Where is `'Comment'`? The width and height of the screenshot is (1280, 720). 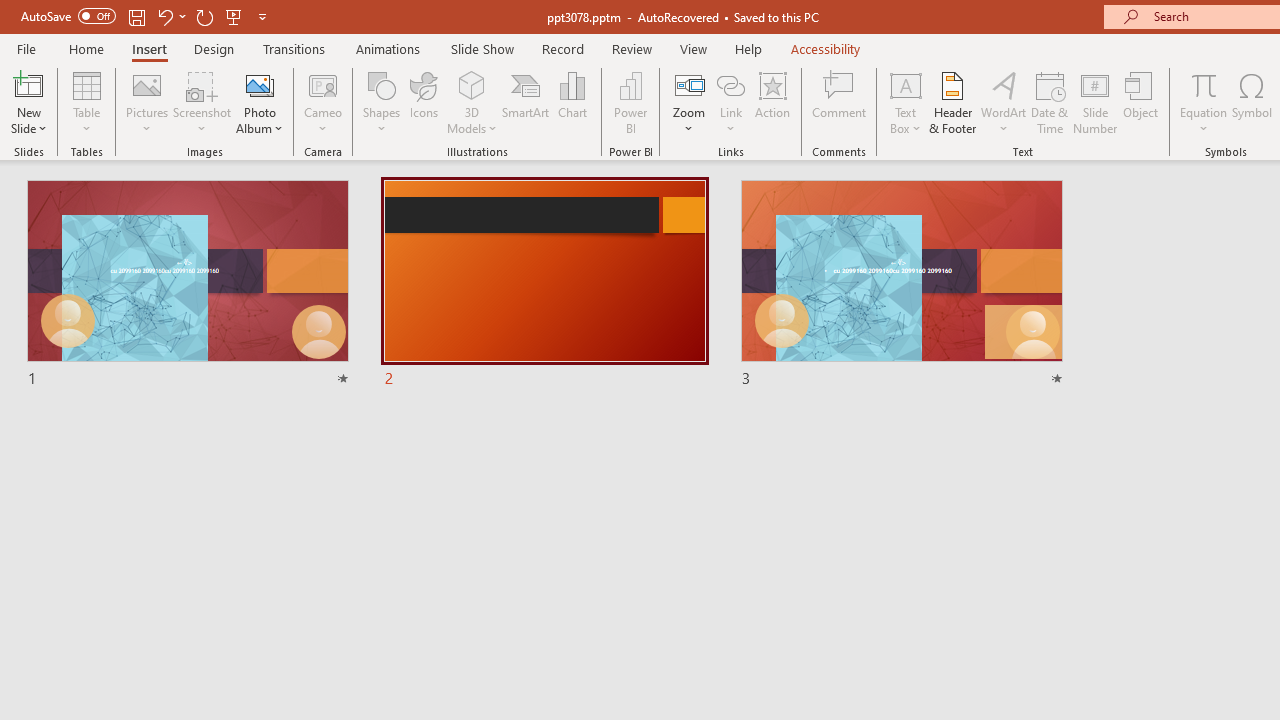 'Comment' is located at coordinates (839, 103).